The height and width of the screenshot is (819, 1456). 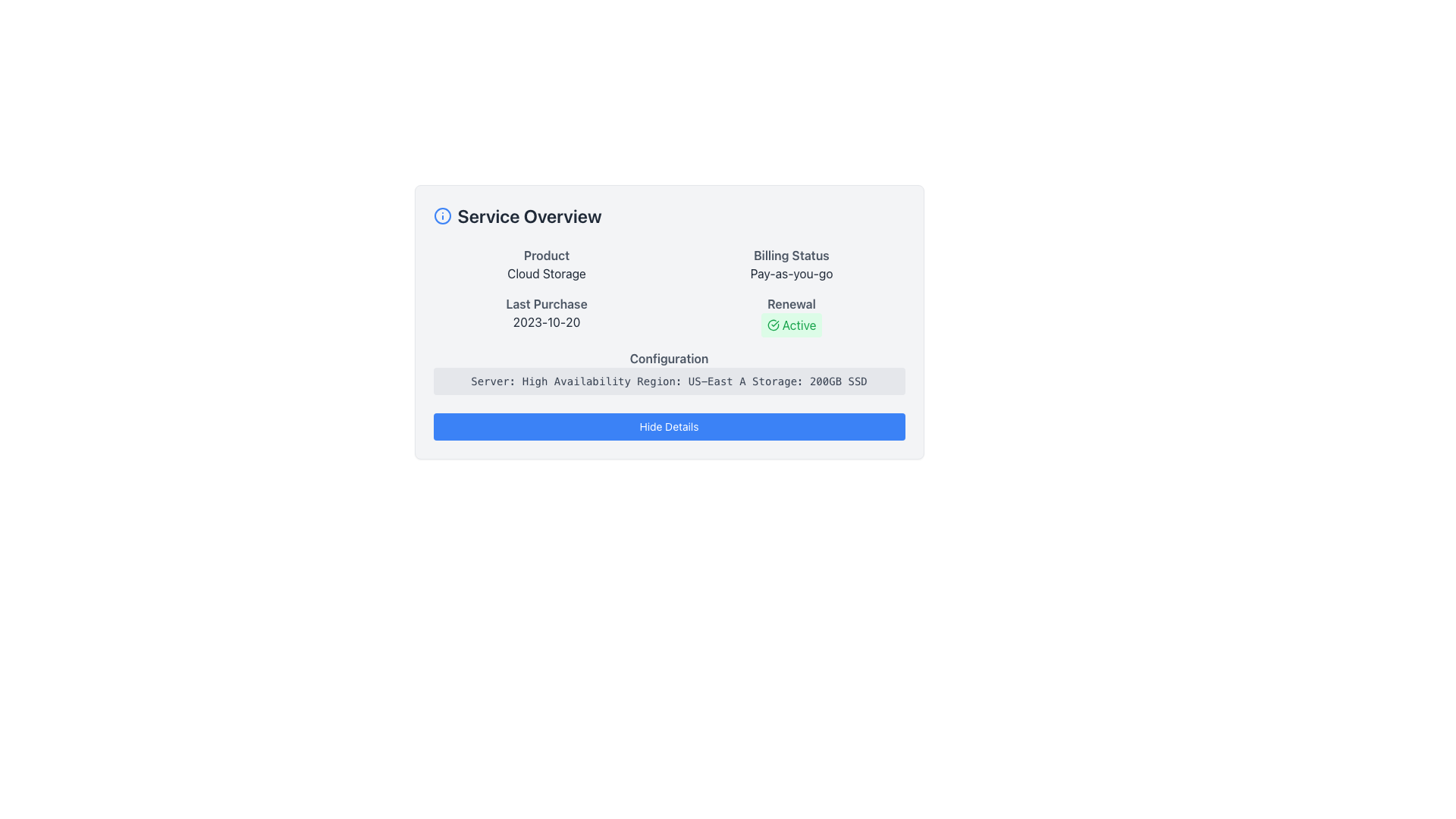 I want to click on the Text Label located directly beneath the 'Product' text in the structured section near the top of the interface, so click(x=546, y=274).